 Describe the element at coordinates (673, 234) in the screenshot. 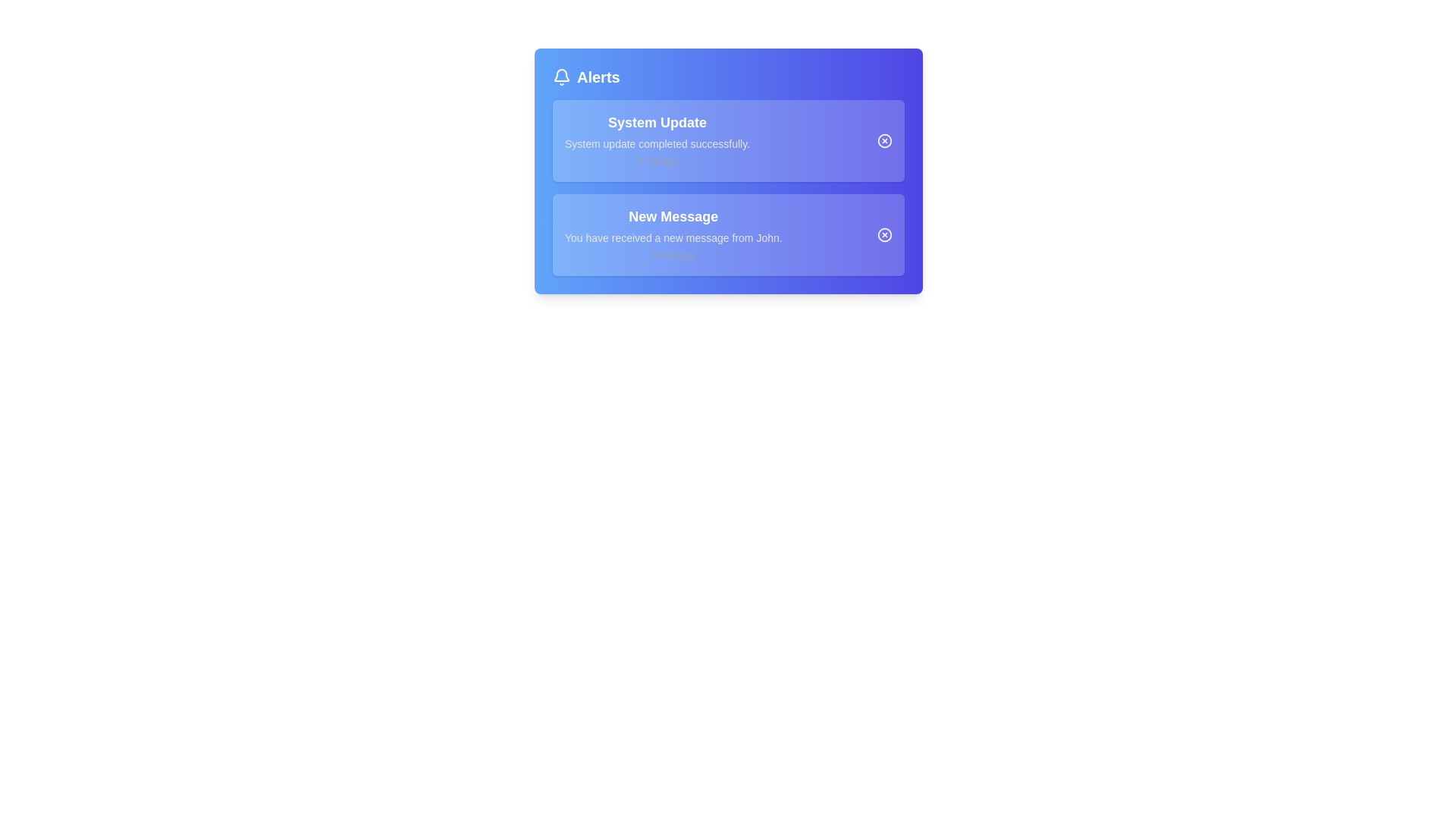

I see `the second notification card item in the 'Alerts' section that informs the user about a new message notification` at that location.